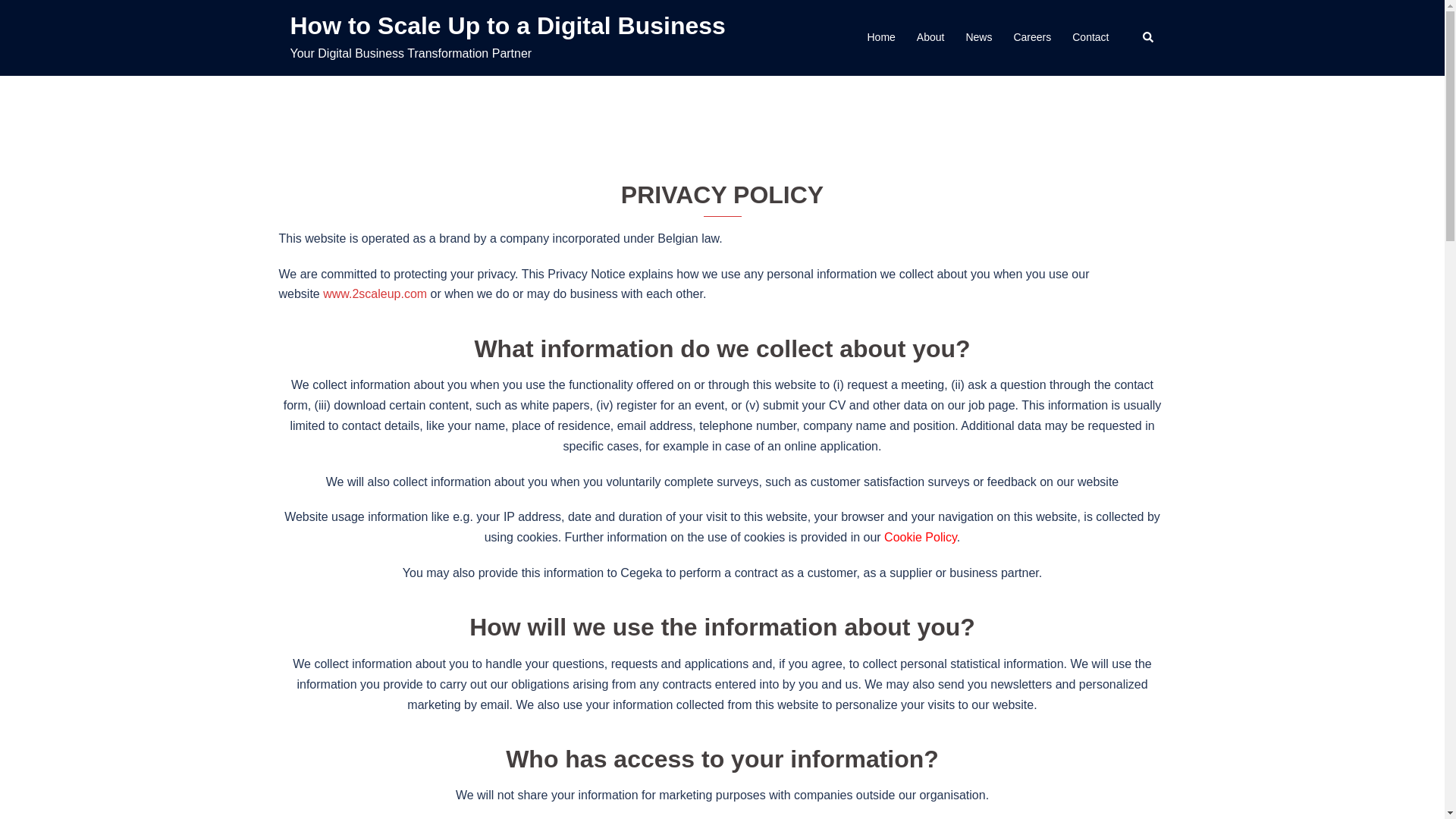  What do you see at coordinates (290, 26) in the screenshot?
I see `'How to Scale Up to a Digital Business'` at bounding box center [290, 26].